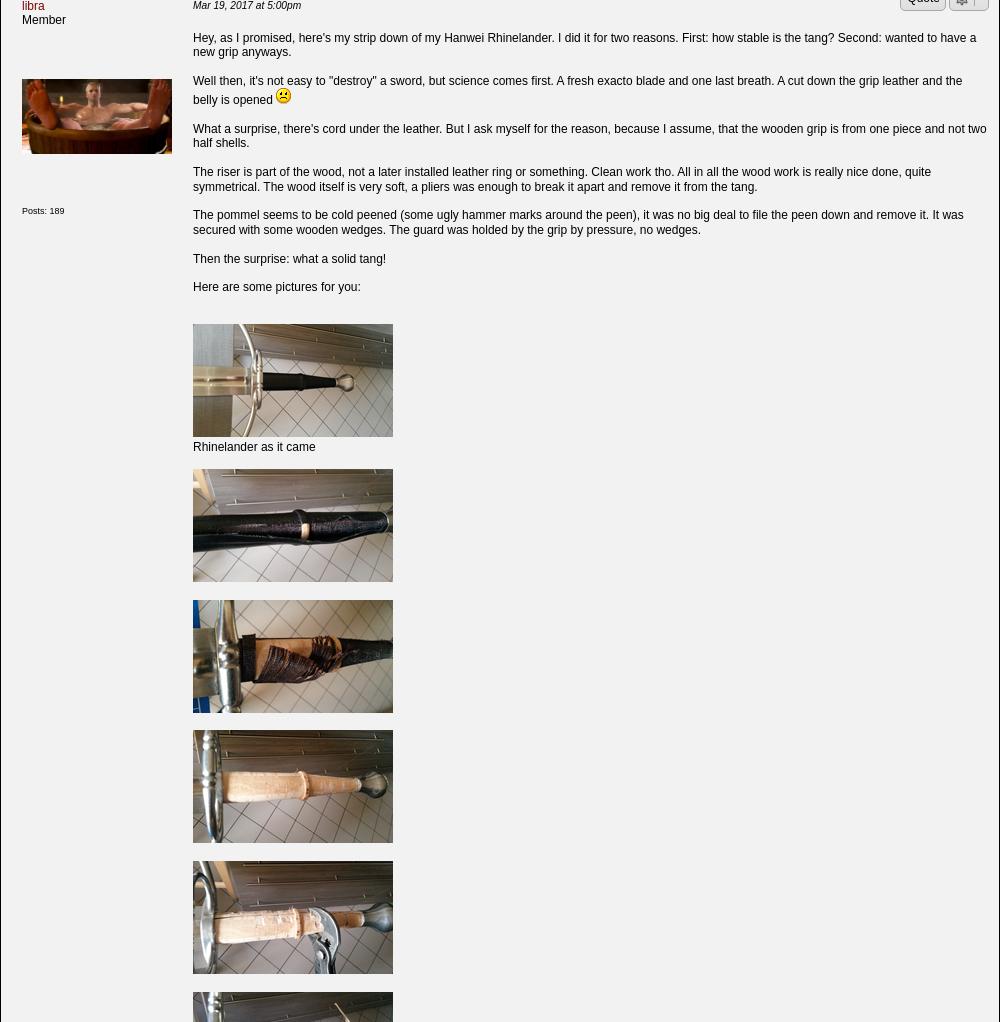 Image resolution: width=1000 pixels, height=1022 pixels. Describe the element at coordinates (254, 445) in the screenshot. I see `'Rhinelander as it came'` at that location.